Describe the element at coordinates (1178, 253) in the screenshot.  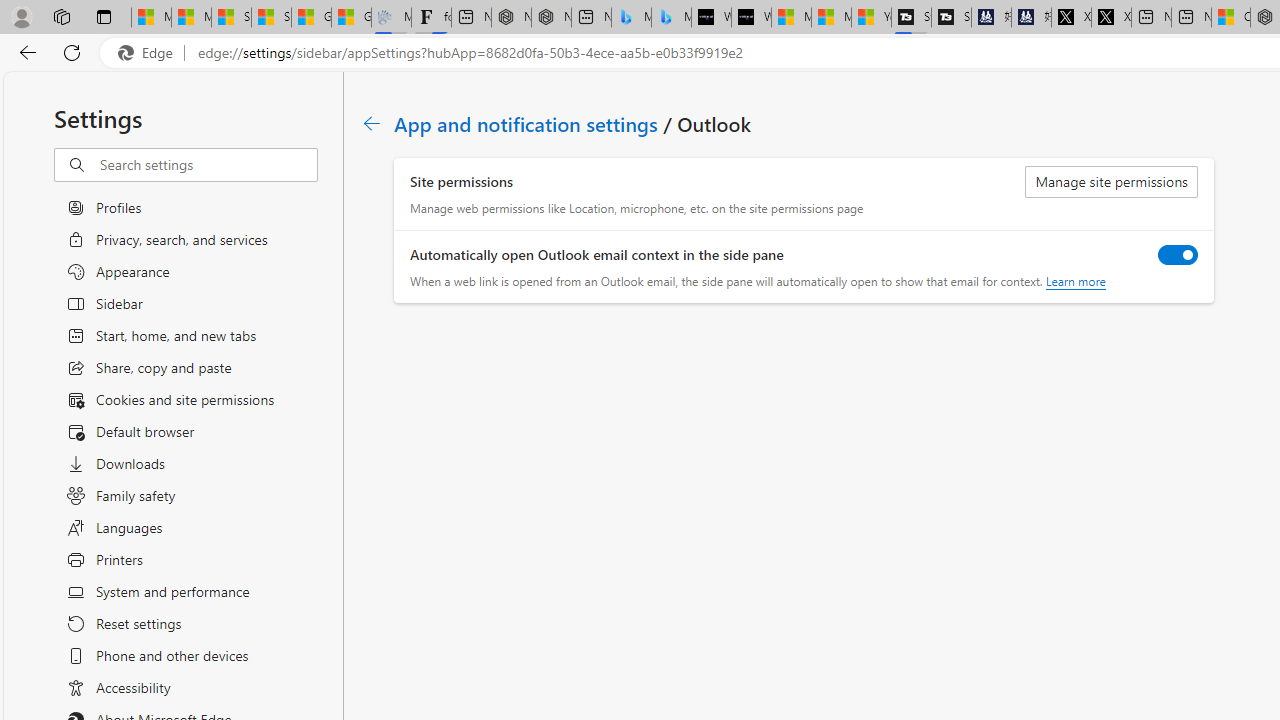
I see `'Automatically open Outlook email context in the side pane'` at that location.